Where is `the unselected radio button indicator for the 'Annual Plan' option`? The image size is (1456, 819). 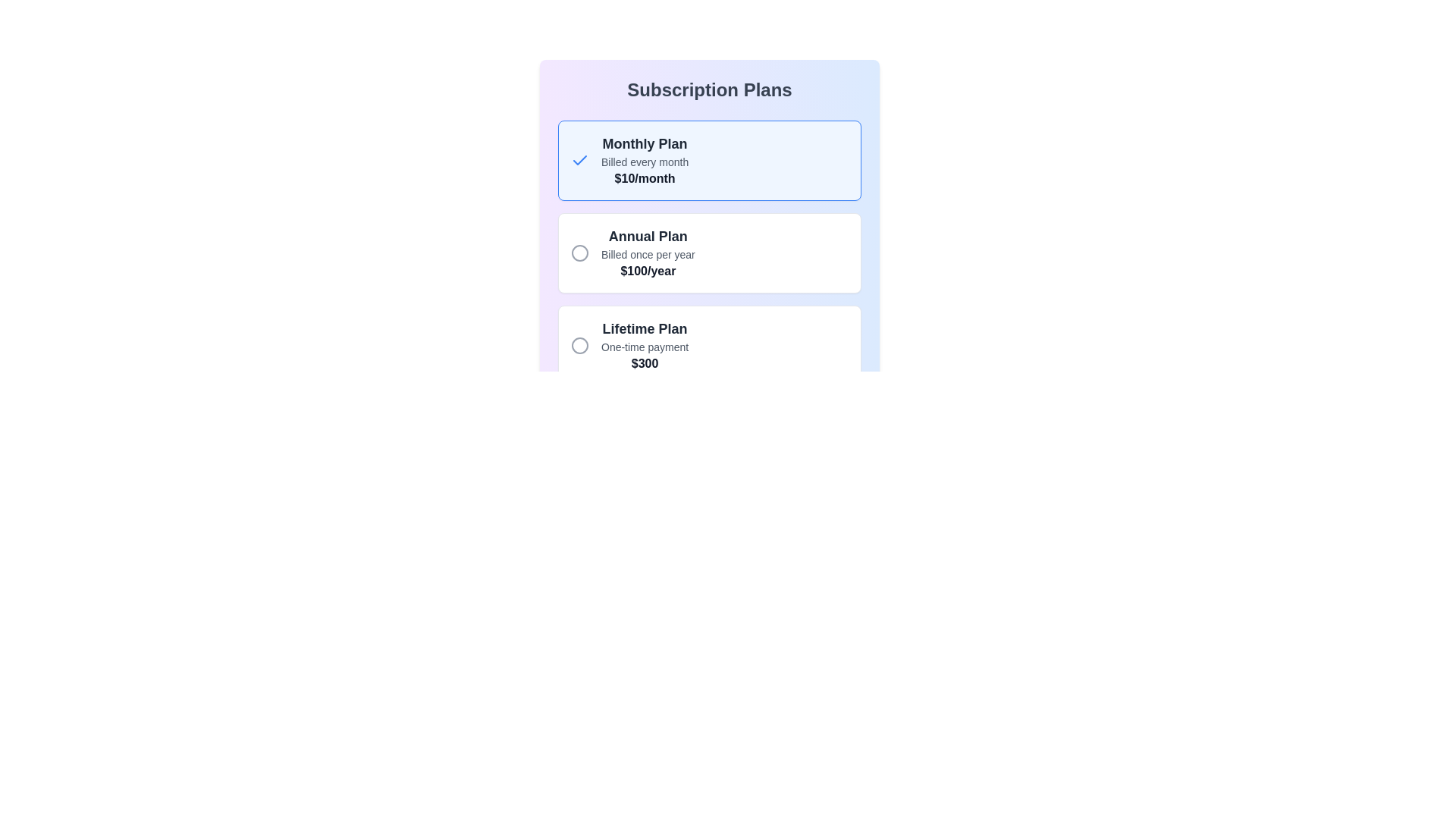 the unselected radio button indicator for the 'Annual Plan' option is located at coordinates (579, 253).